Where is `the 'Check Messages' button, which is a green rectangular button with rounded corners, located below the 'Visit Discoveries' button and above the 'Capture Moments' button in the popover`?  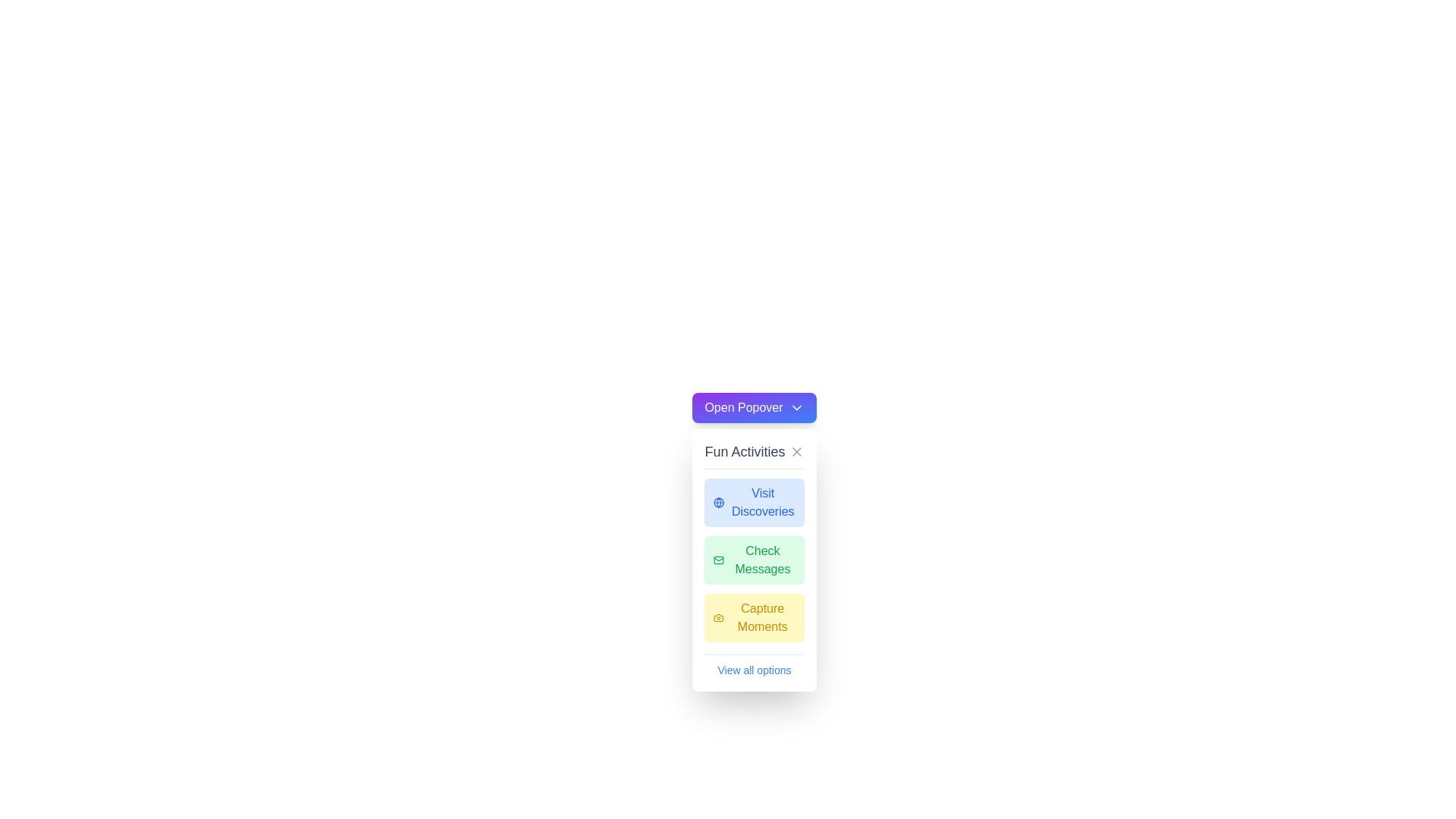 the 'Check Messages' button, which is a green rectangular button with rounded corners, located below the 'Visit Discoveries' button and above the 'Capture Moments' button in the popover is located at coordinates (754, 560).